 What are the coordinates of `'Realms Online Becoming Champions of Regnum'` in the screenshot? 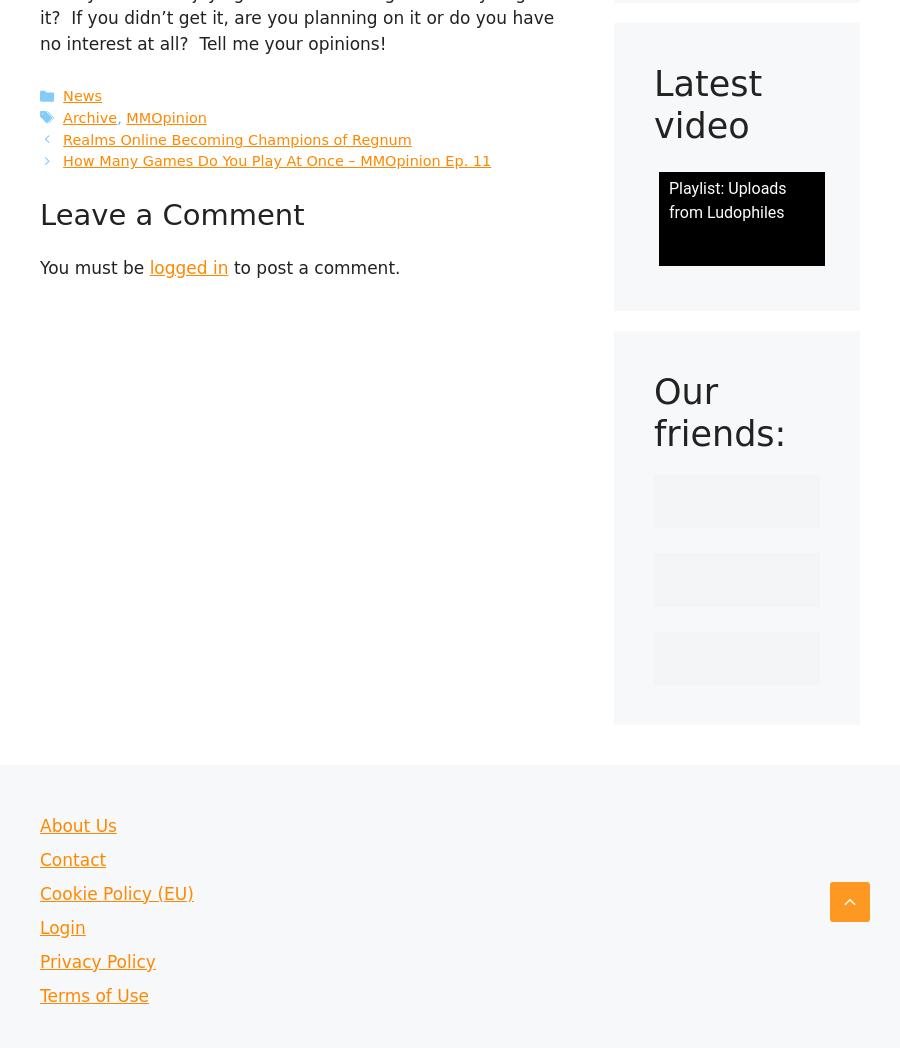 It's located at (235, 138).